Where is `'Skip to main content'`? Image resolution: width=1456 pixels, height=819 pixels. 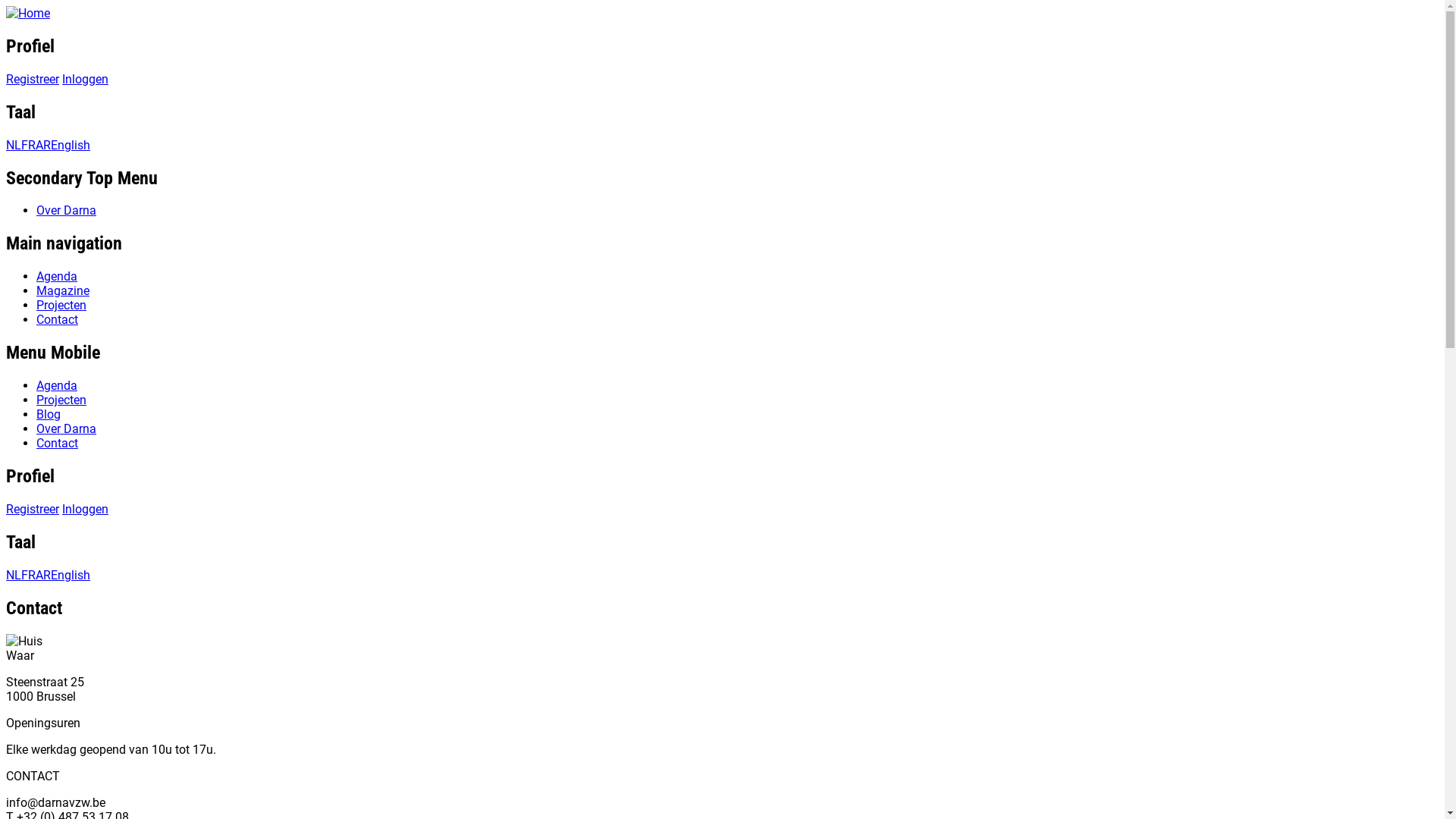
'Skip to main content' is located at coordinates (6, 6).